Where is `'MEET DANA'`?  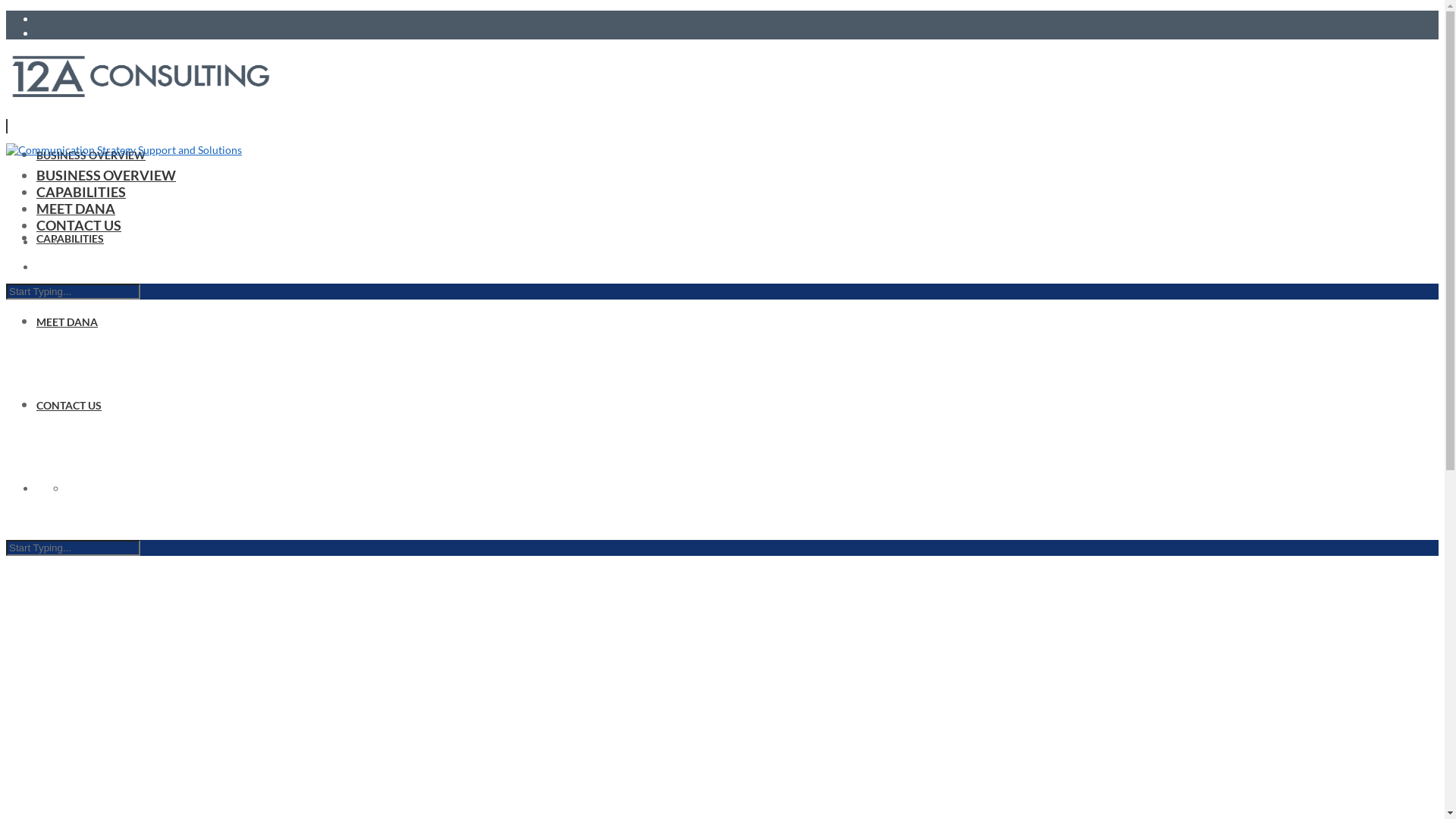
'MEET DANA' is located at coordinates (36, 208).